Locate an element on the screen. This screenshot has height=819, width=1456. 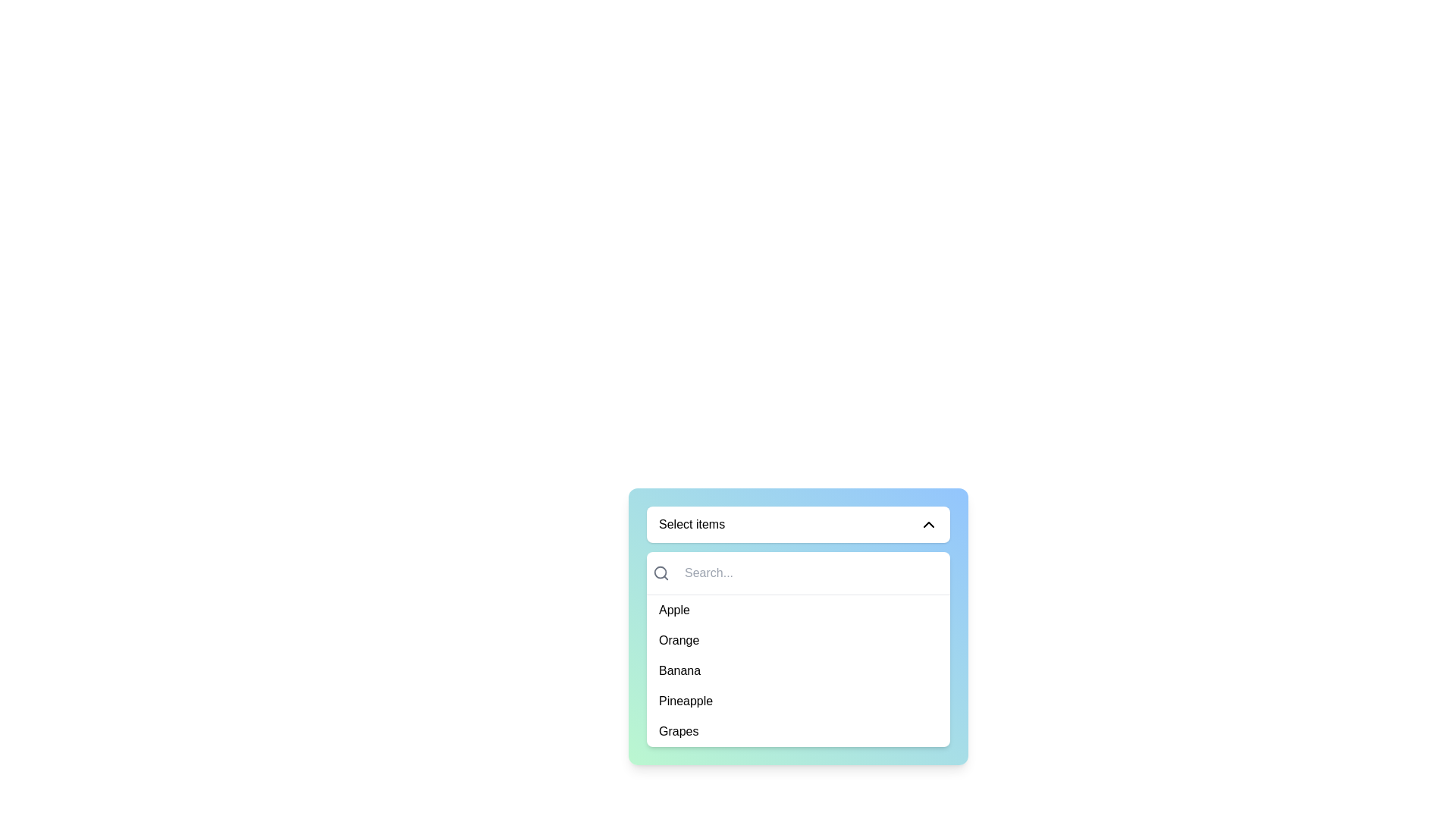
the static text label displaying 'Pineapple' in the dropdown list, which is the fourth item in a vertical selection of options is located at coordinates (685, 701).